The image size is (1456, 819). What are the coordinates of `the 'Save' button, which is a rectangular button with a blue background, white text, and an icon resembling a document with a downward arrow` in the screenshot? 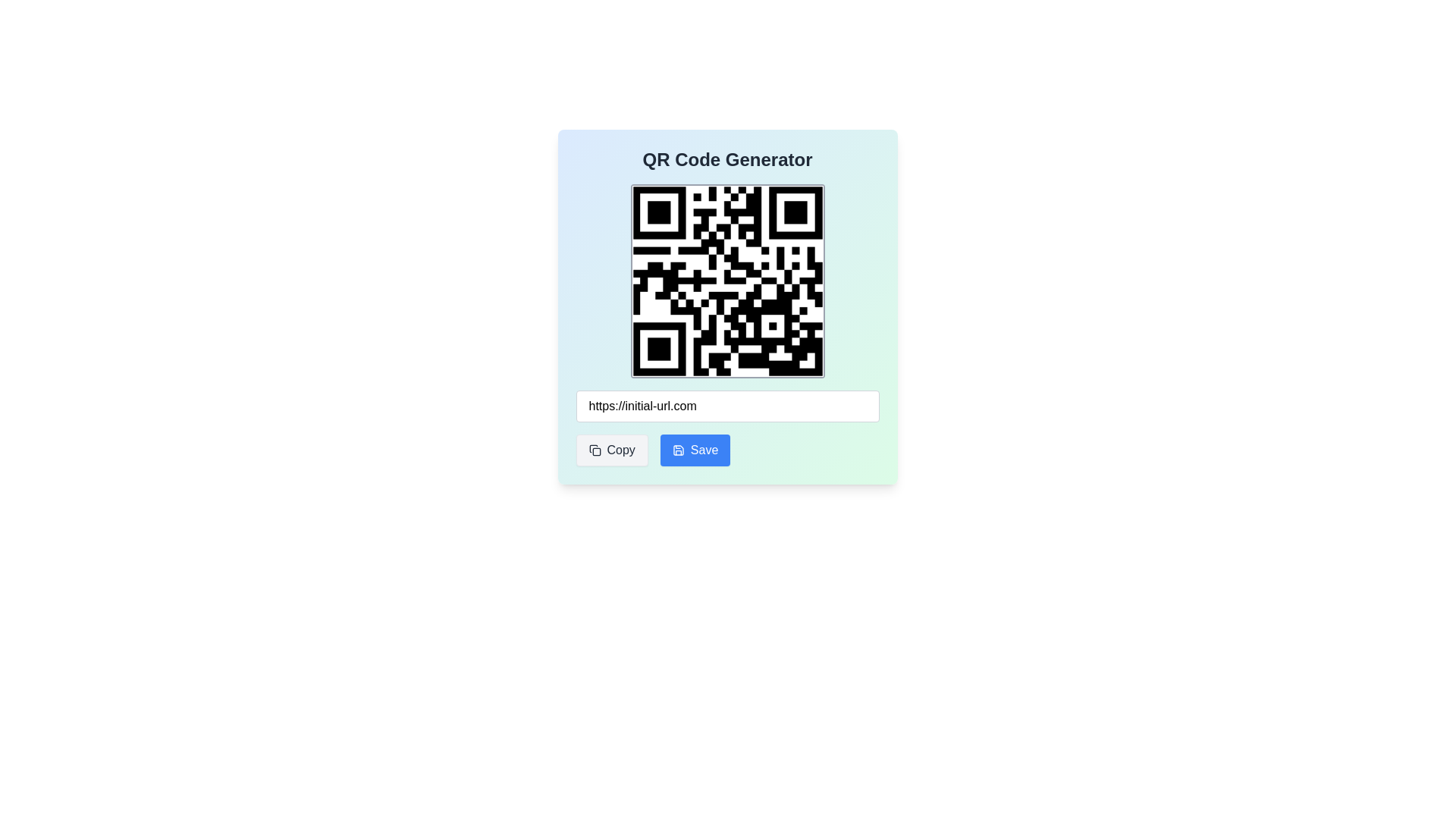 It's located at (695, 450).